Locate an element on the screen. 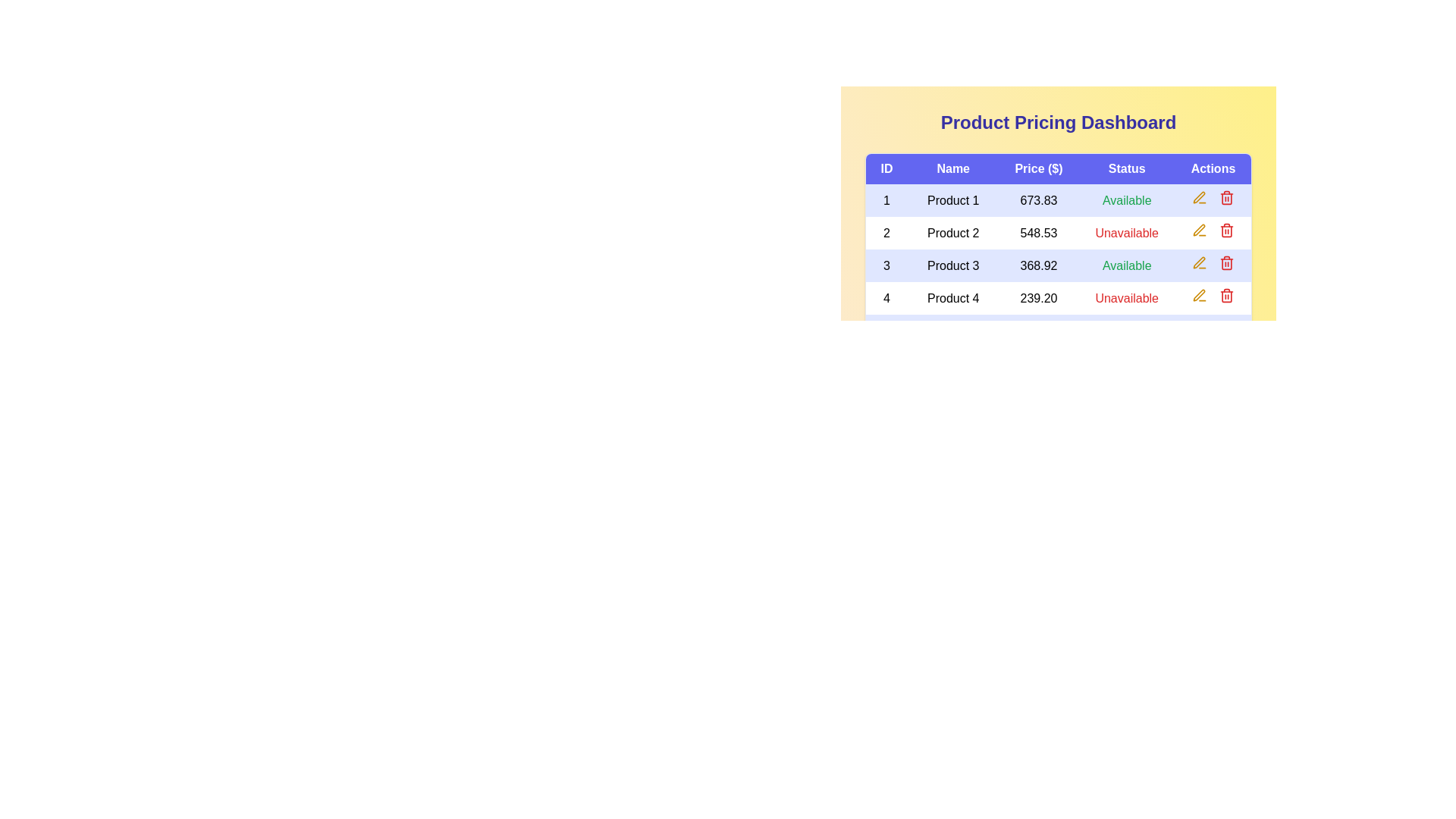  the 'Edit' button for product 3 is located at coordinates (1198, 262).